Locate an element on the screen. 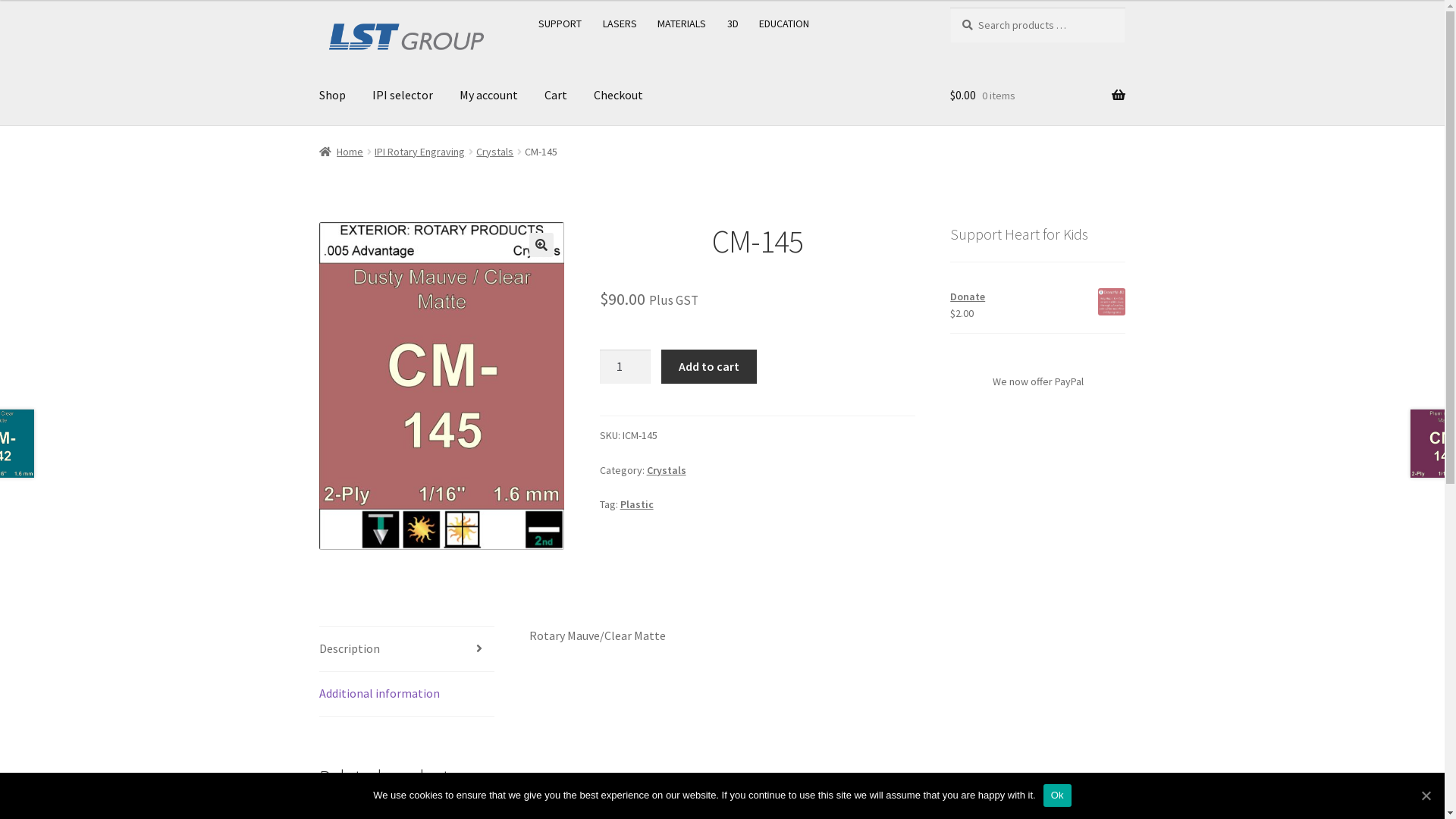 The height and width of the screenshot is (819, 1456). 'LASERS' is located at coordinates (620, 23).